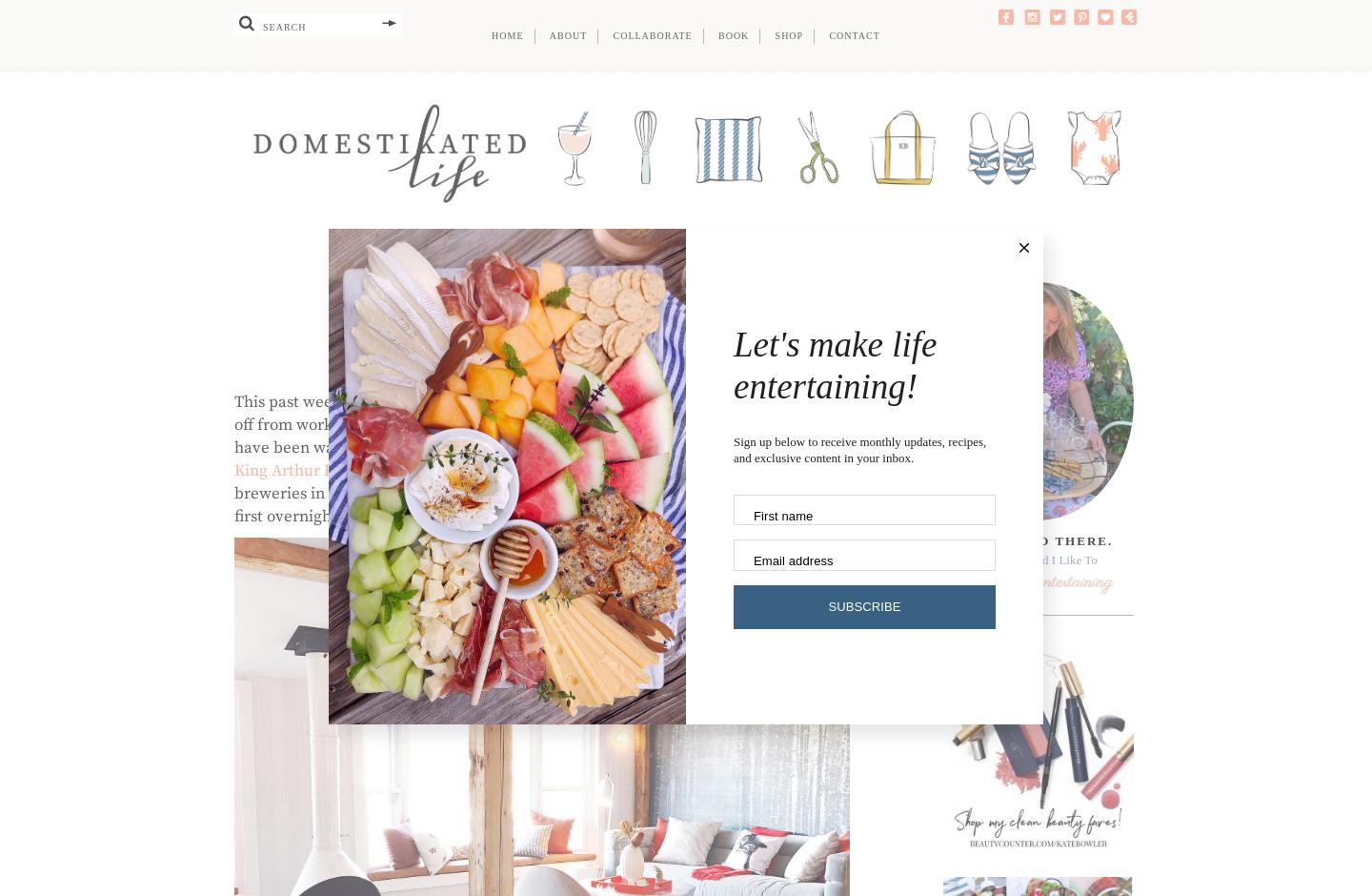 Image resolution: width=1372 pixels, height=896 pixels. I want to click on 'Contact', so click(853, 35).